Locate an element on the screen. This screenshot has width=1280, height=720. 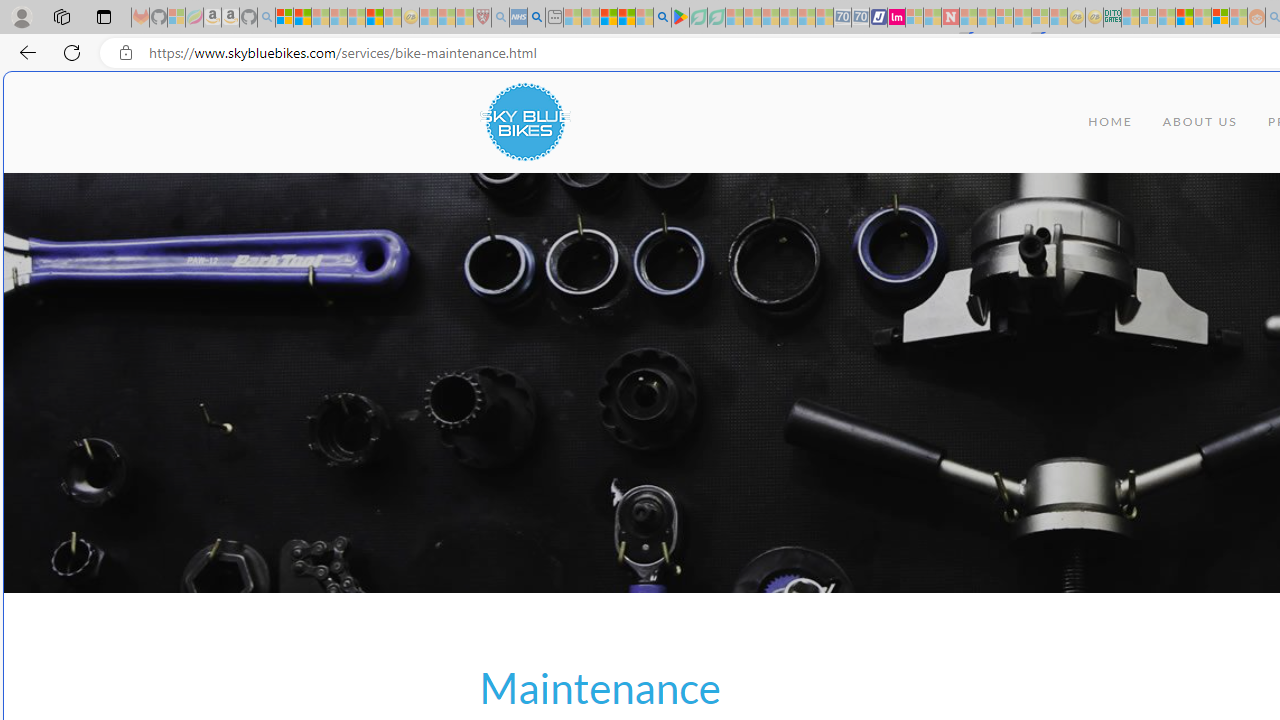
'Robert H. Shmerling, MD - Harvard Health - Sleeping' is located at coordinates (482, 17).